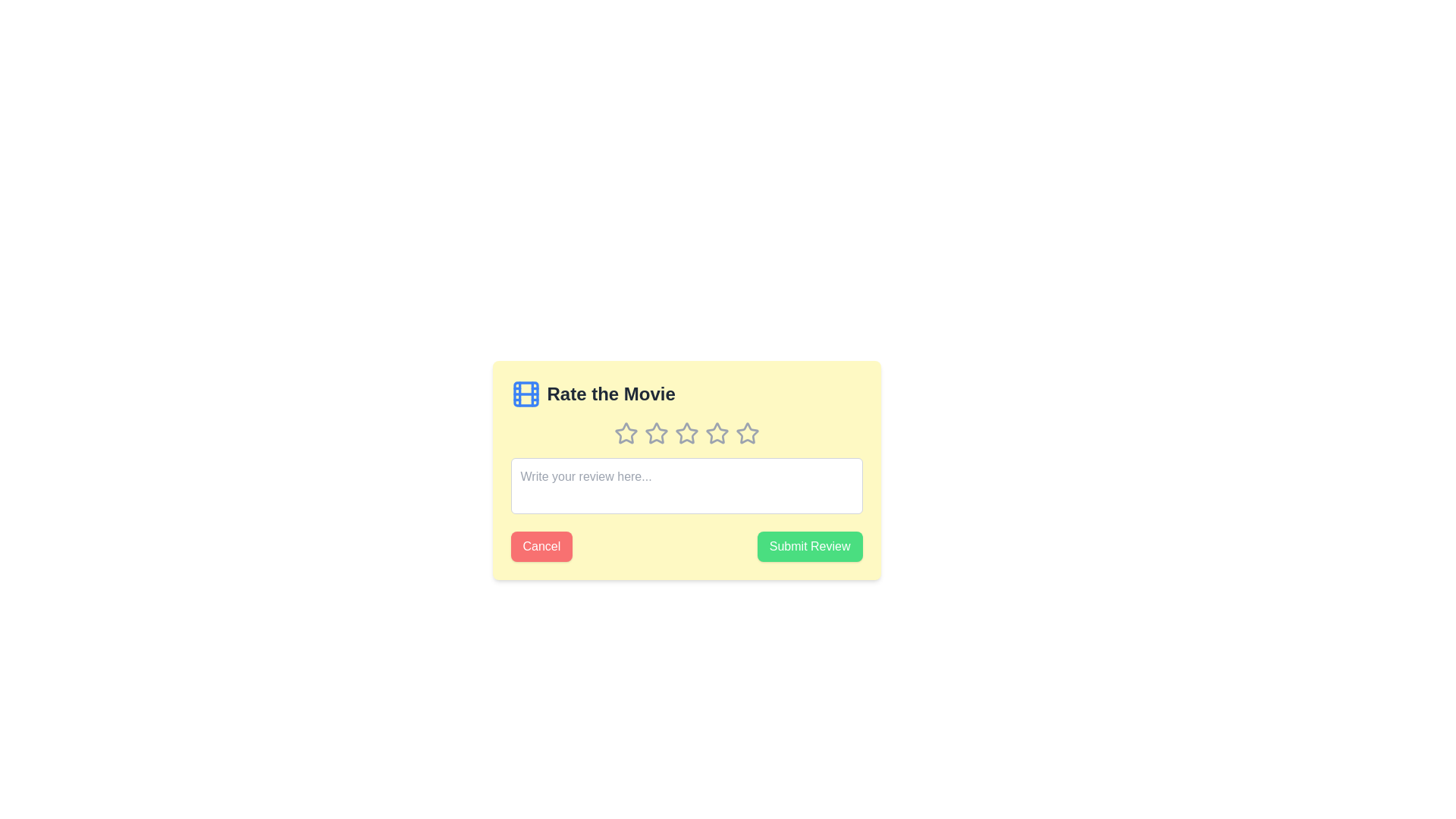 This screenshot has width=1456, height=819. I want to click on the fifth star icon in the rating system, so click(747, 433).